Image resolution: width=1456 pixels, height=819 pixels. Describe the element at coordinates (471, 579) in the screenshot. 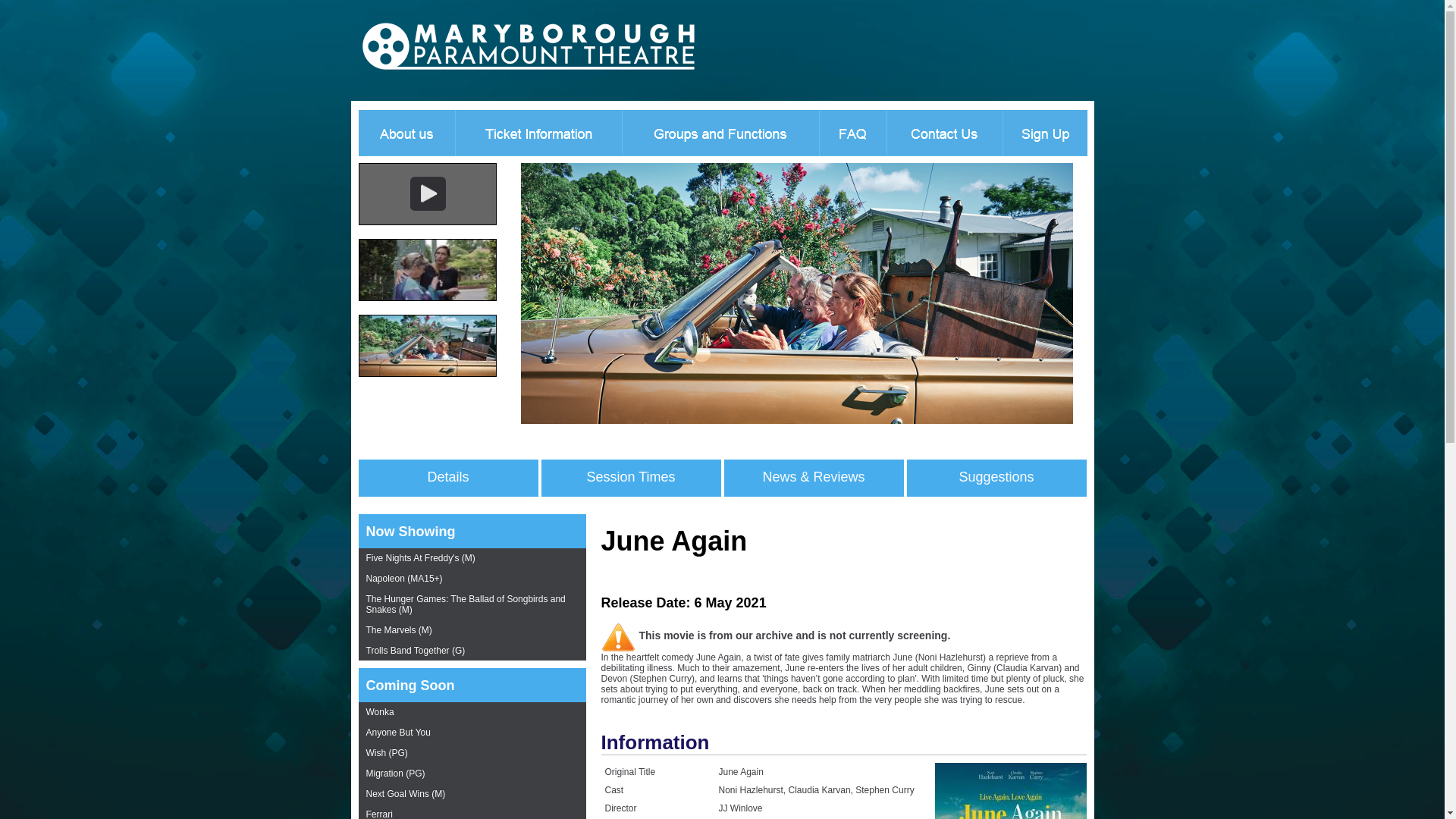

I see `'Napoleon (MA15+)'` at that location.